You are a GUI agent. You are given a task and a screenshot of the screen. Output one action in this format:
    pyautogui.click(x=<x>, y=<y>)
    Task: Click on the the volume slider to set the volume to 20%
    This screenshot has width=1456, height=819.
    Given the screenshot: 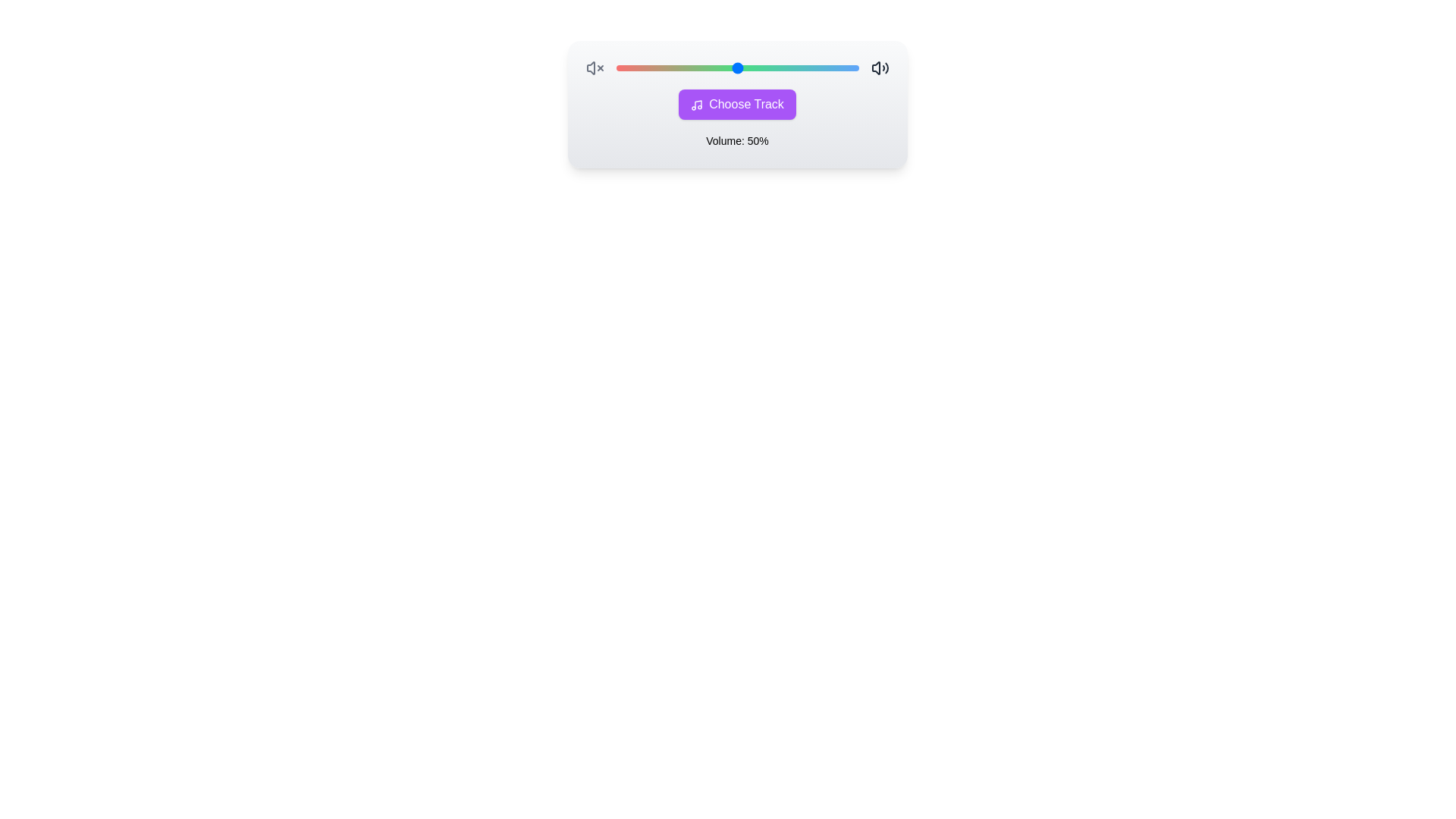 What is the action you would take?
    pyautogui.click(x=616, y=67)
    